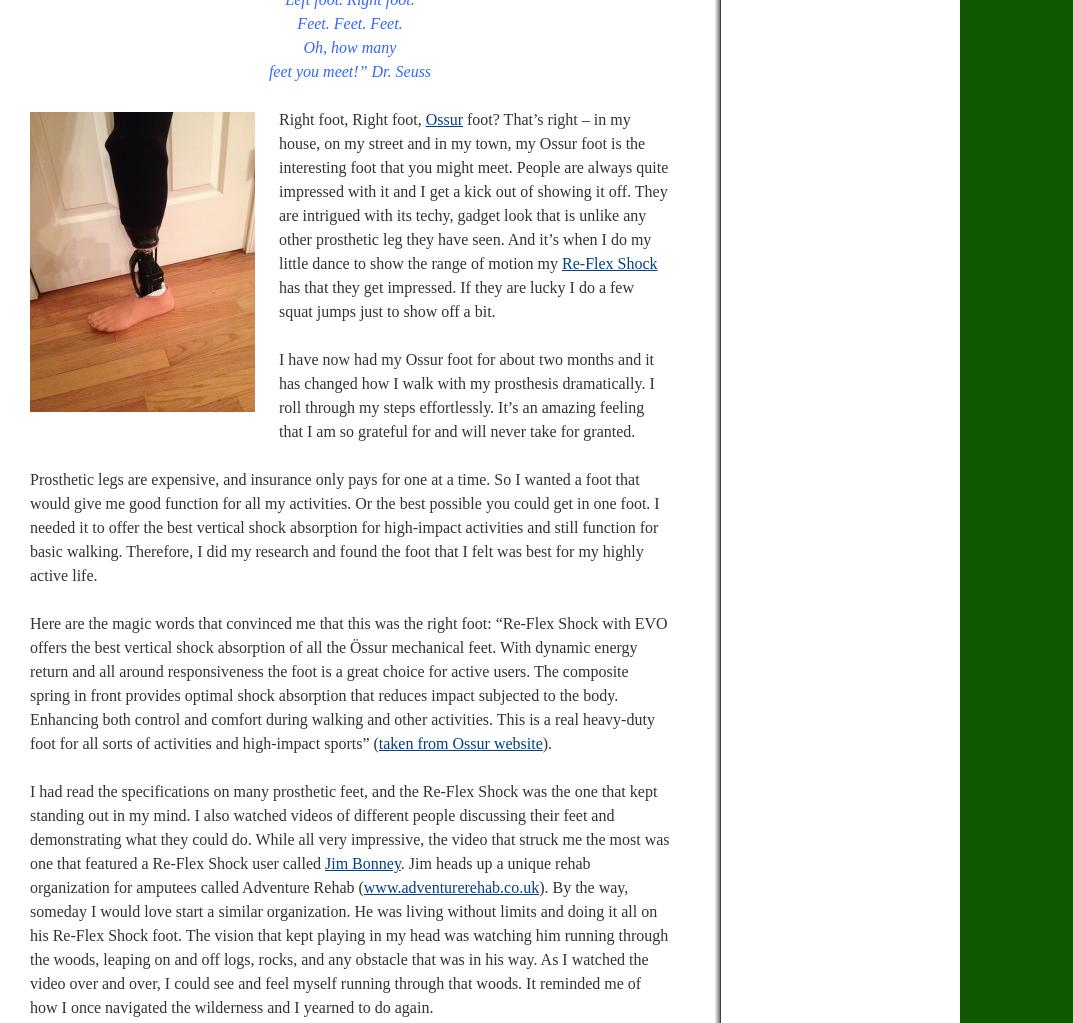 This screenshot has width=1073, height=1023. Describe the element at coordinates (277, 118) in the screenshot. I see `'Right foot, Right foot,'` at that location.